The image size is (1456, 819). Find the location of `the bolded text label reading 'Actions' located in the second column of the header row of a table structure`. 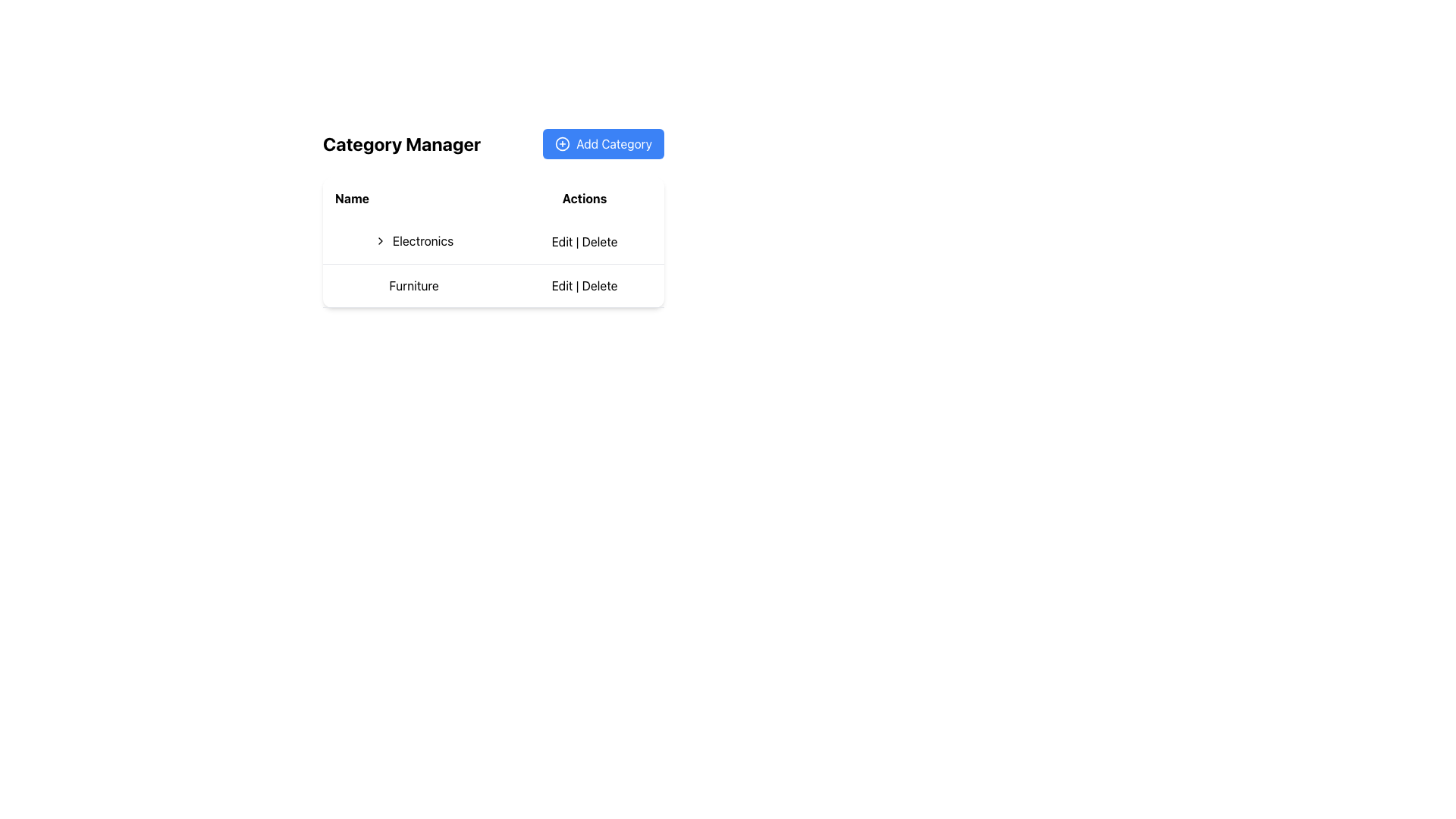

the bolded text label reading 'Actions' located in the second column of the header row of a table structure is located at coordinates (584, 198).